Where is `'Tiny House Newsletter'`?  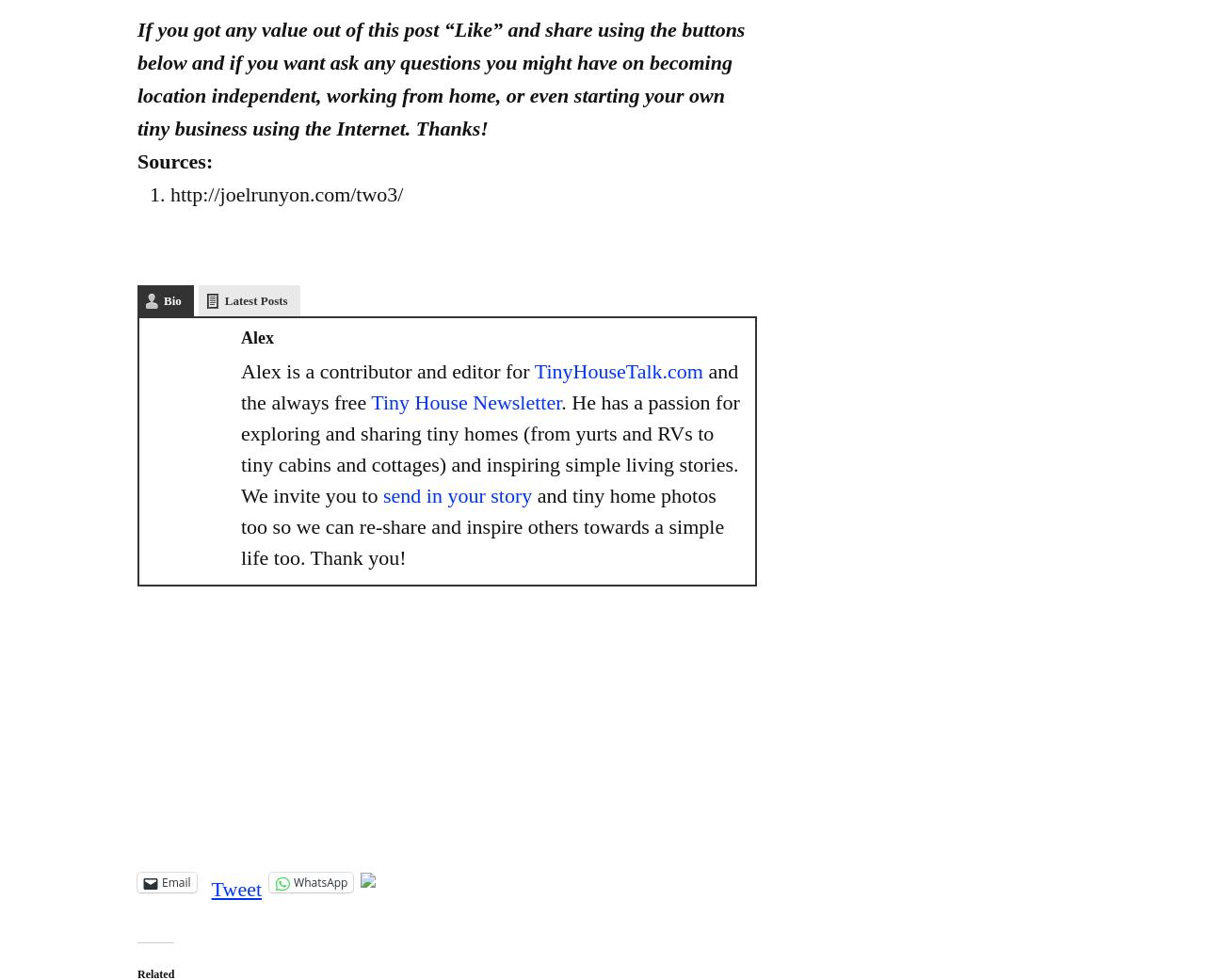 'Tiny House Newsletter' is located at coordinates (466, 401).